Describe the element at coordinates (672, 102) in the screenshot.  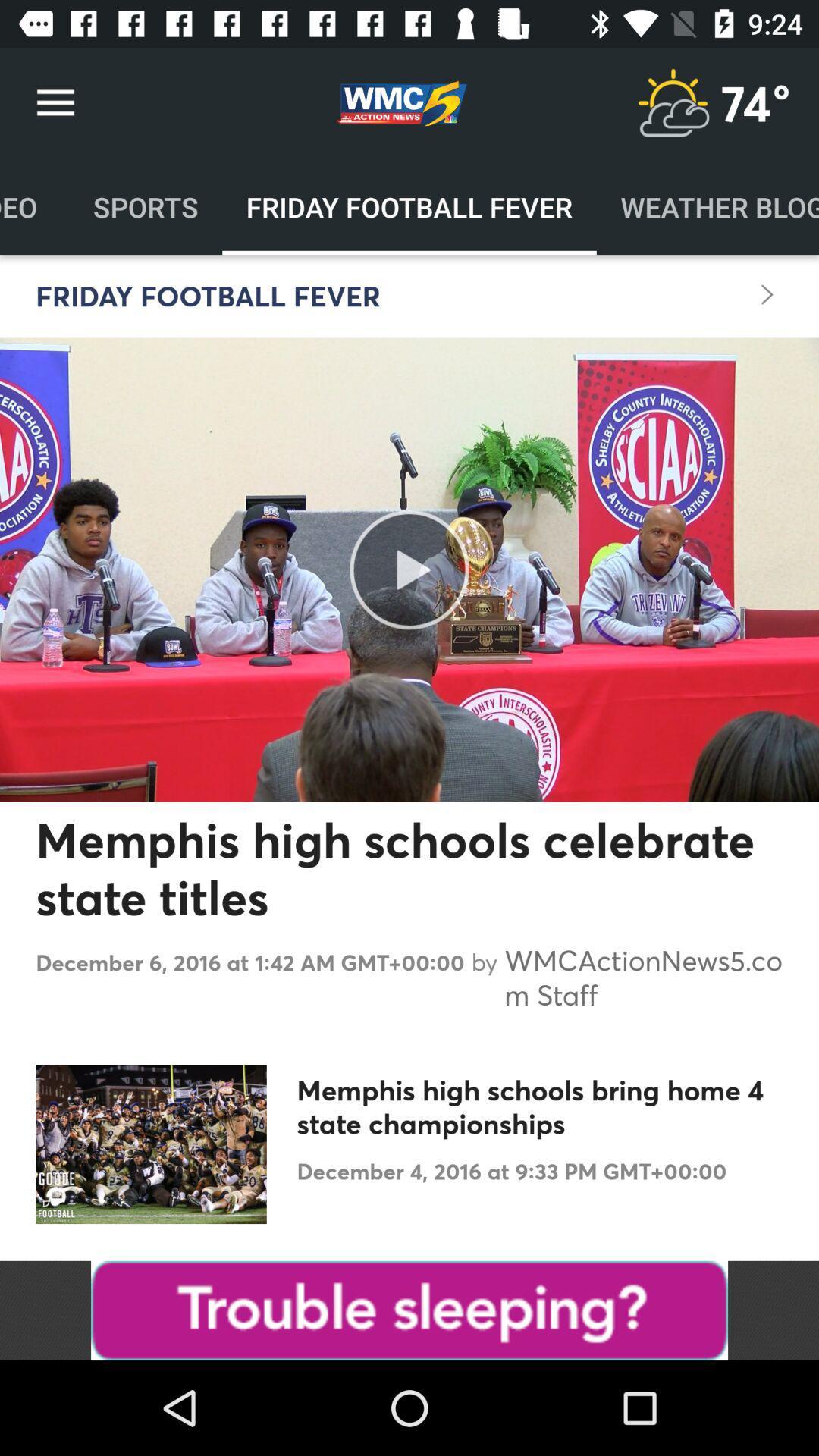
I see `weather details` at that location.